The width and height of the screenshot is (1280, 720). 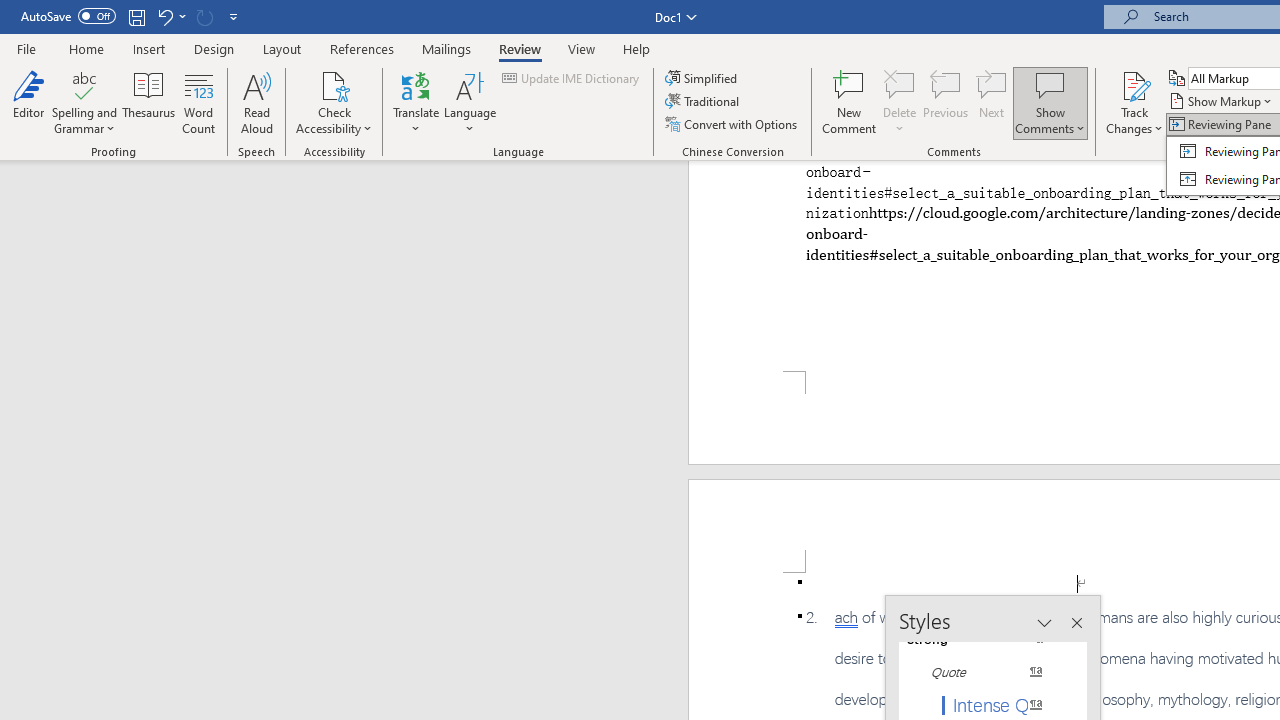 What do you see at coordinates (992, 103) in the screenshot?
I see `'Next'` at bounding box center [992, 103].